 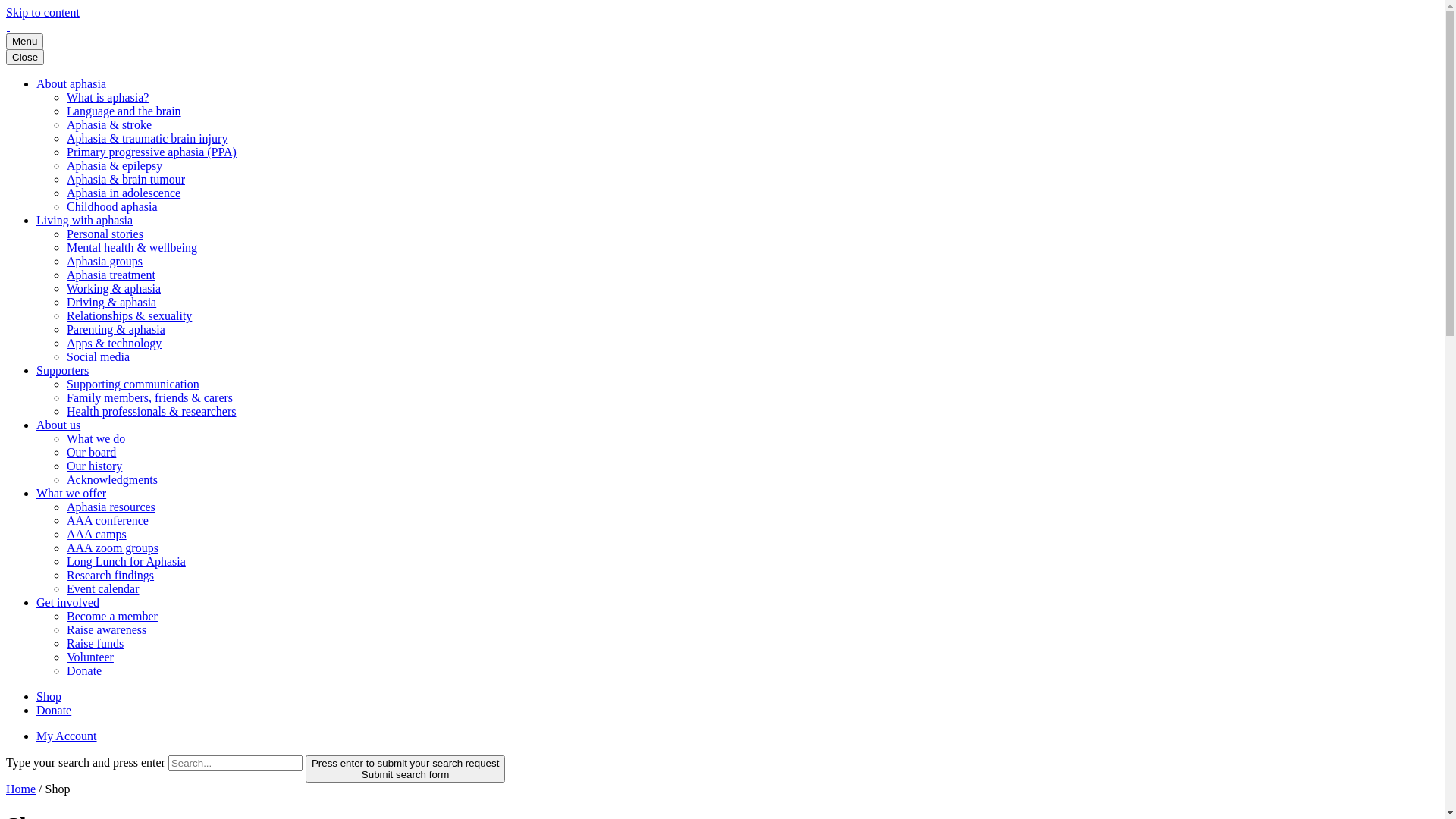 I want to click on 'Language and the brain', so click(x=124, y=110).